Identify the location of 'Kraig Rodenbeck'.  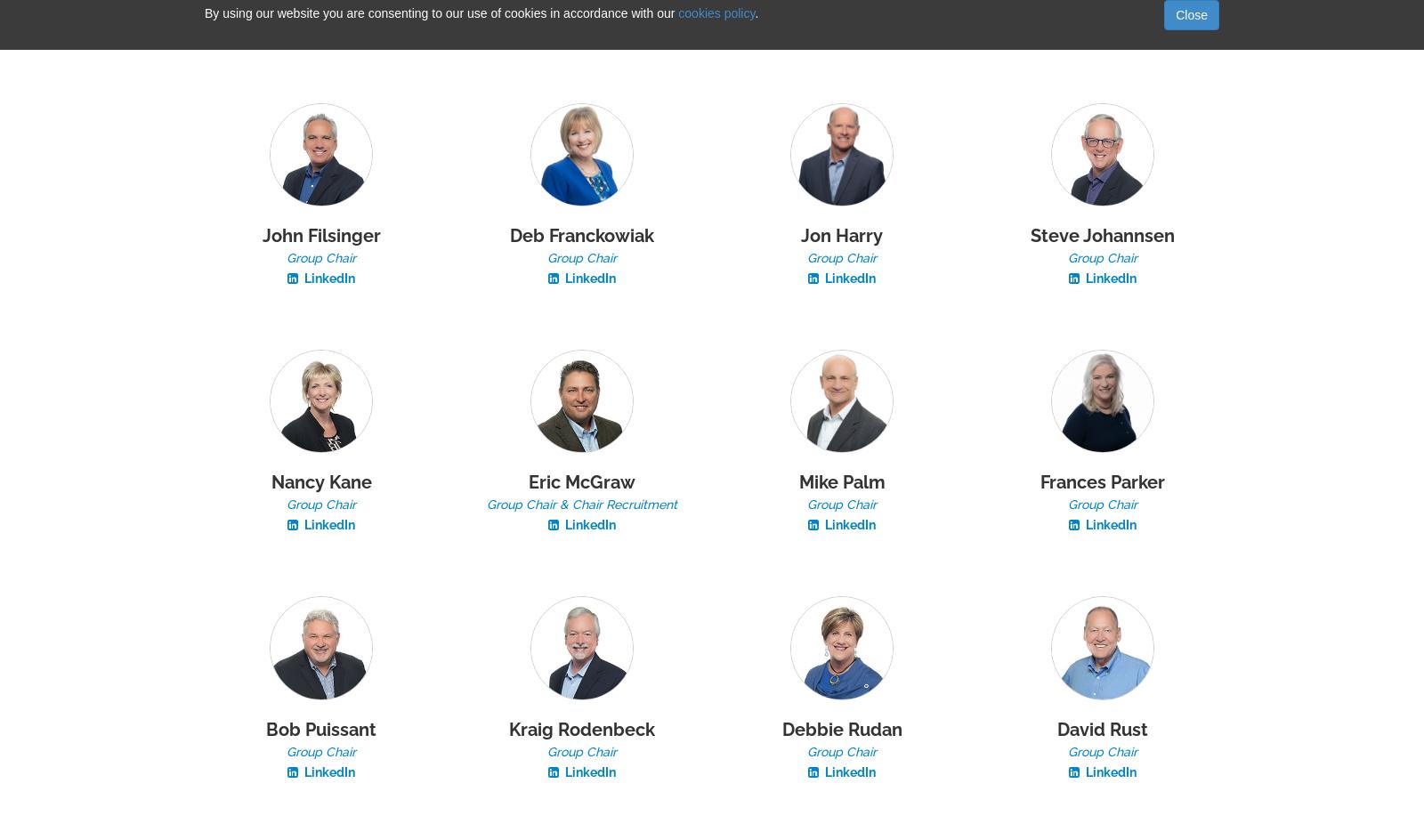
(580, 728).